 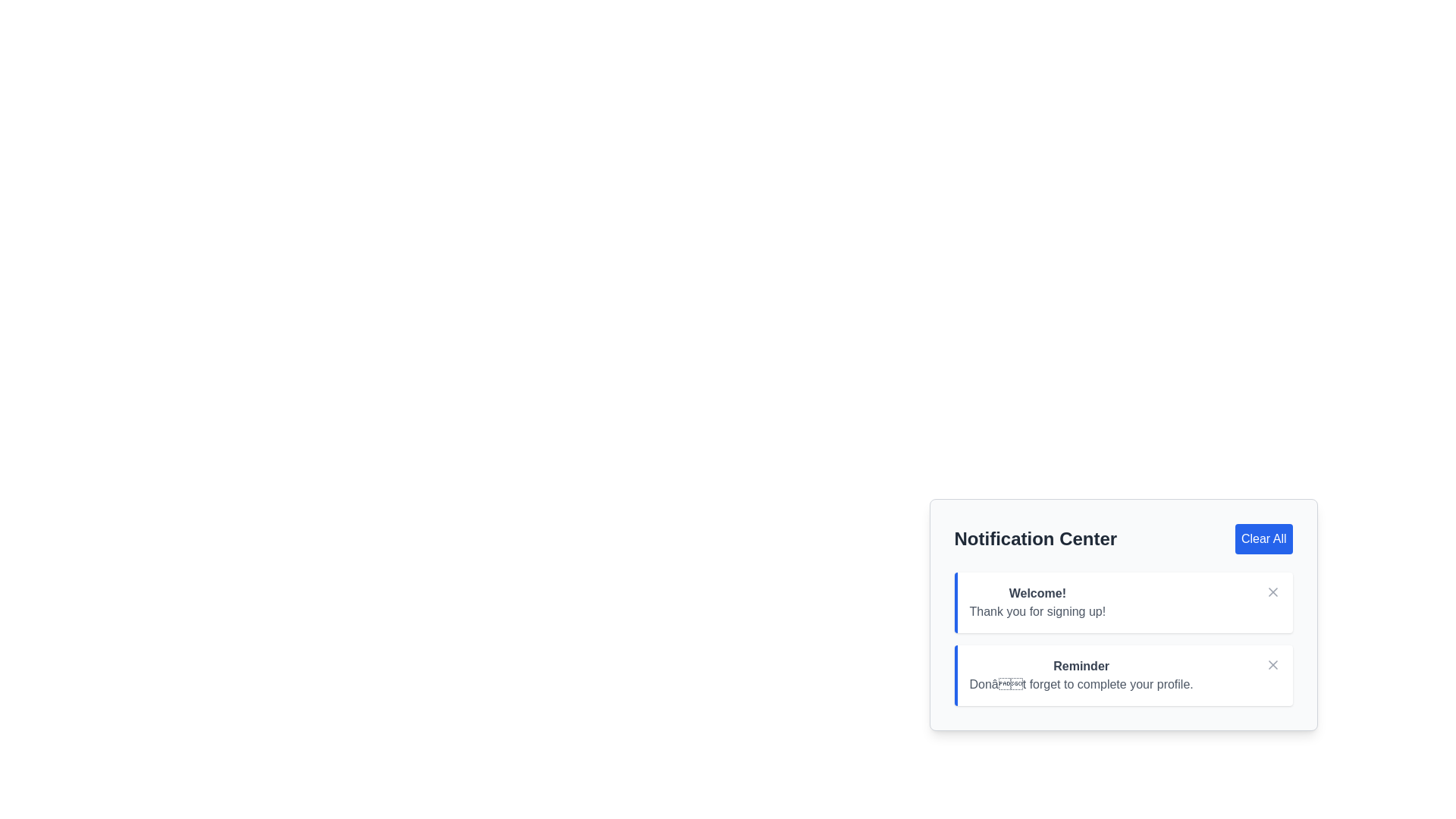 What do you see at coordinates (1081, 684) in the screenshot?
I see `the reminder message text that informs users to complete their profile, located within the notification card titled 'Reminder'` at bounding box center [1081, 684].